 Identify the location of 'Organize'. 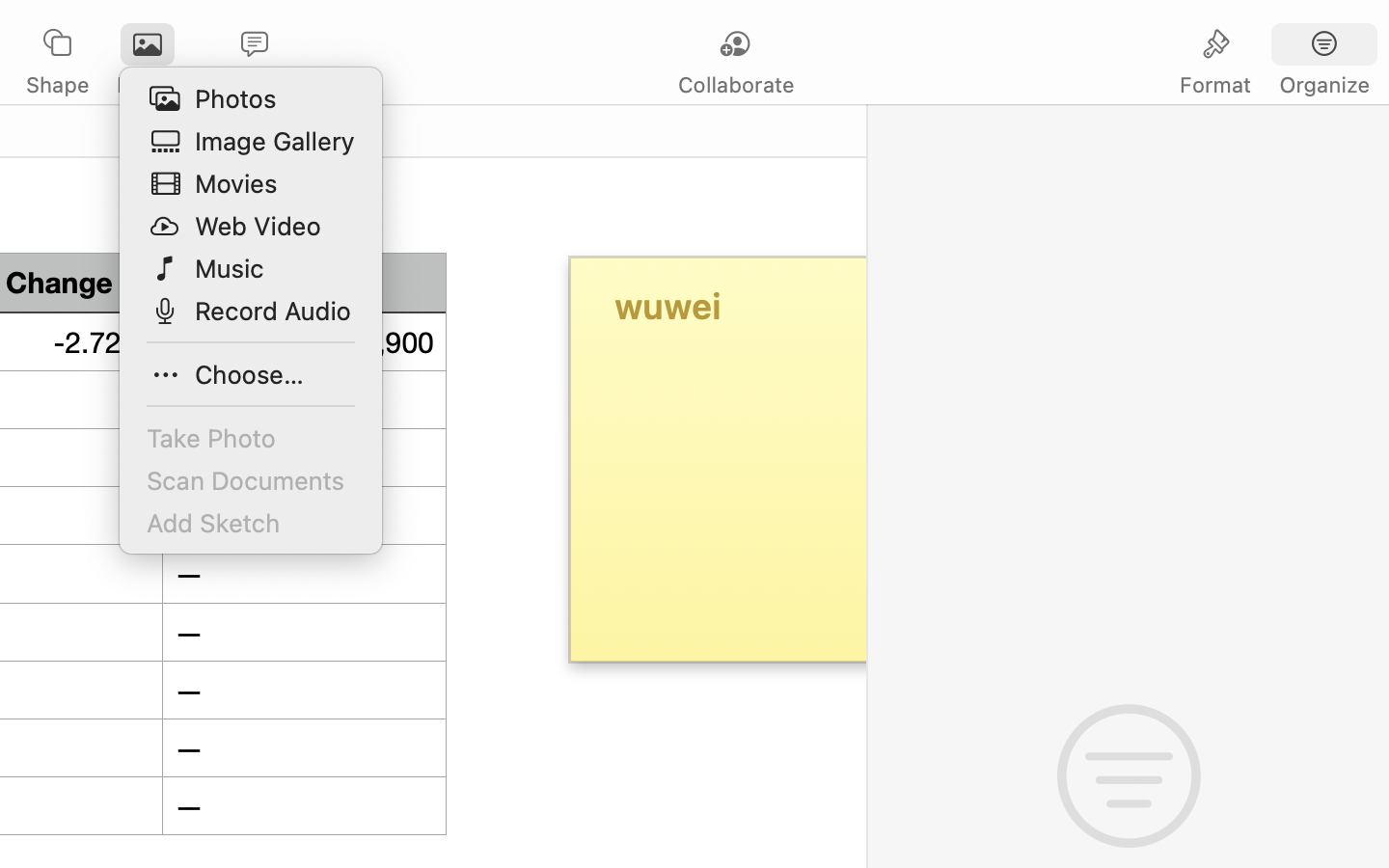
(1322, 84).